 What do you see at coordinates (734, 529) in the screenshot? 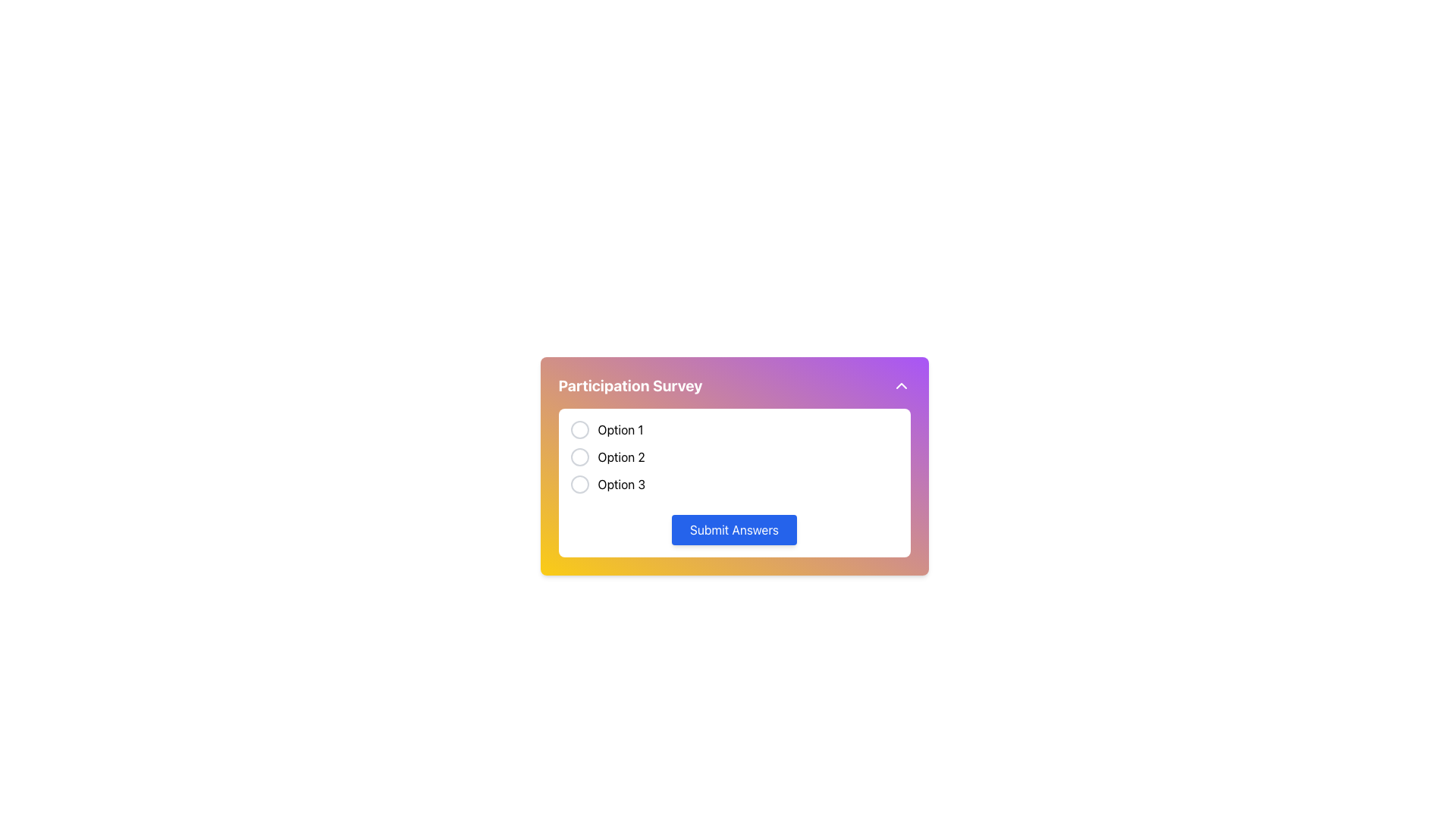
I see `the 'Submit Answers' button located at the bottom of the 'Participation Survey' section` at bounding box center [734, 529].